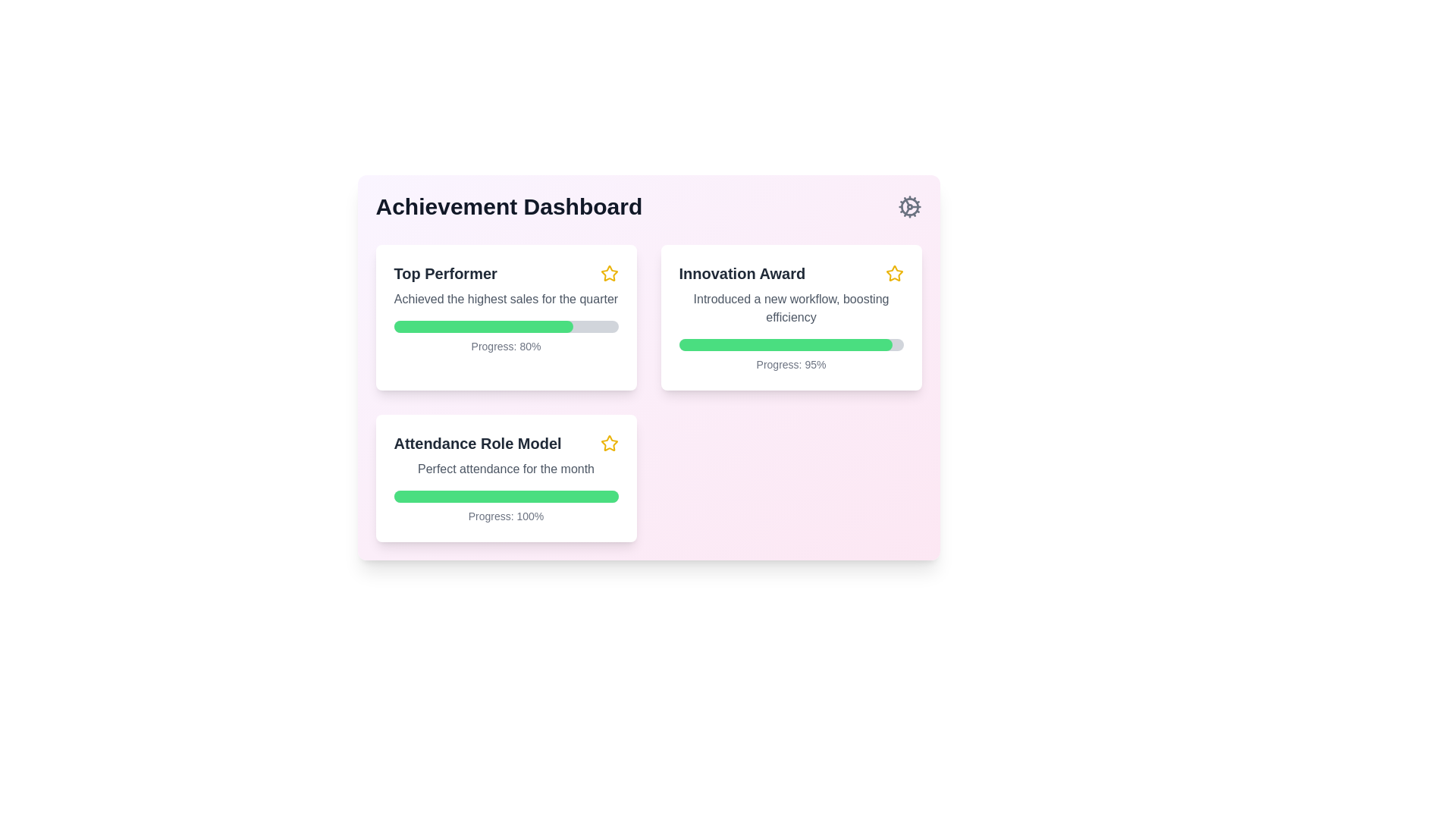 The image size is (1456, 819). Describe the element at coordinates (477, 444) in the screenshot. I see `text label displaying 'Attendance Role Model' in the top-left section of the card under the 'Achievement Dashboard.'` at that location.